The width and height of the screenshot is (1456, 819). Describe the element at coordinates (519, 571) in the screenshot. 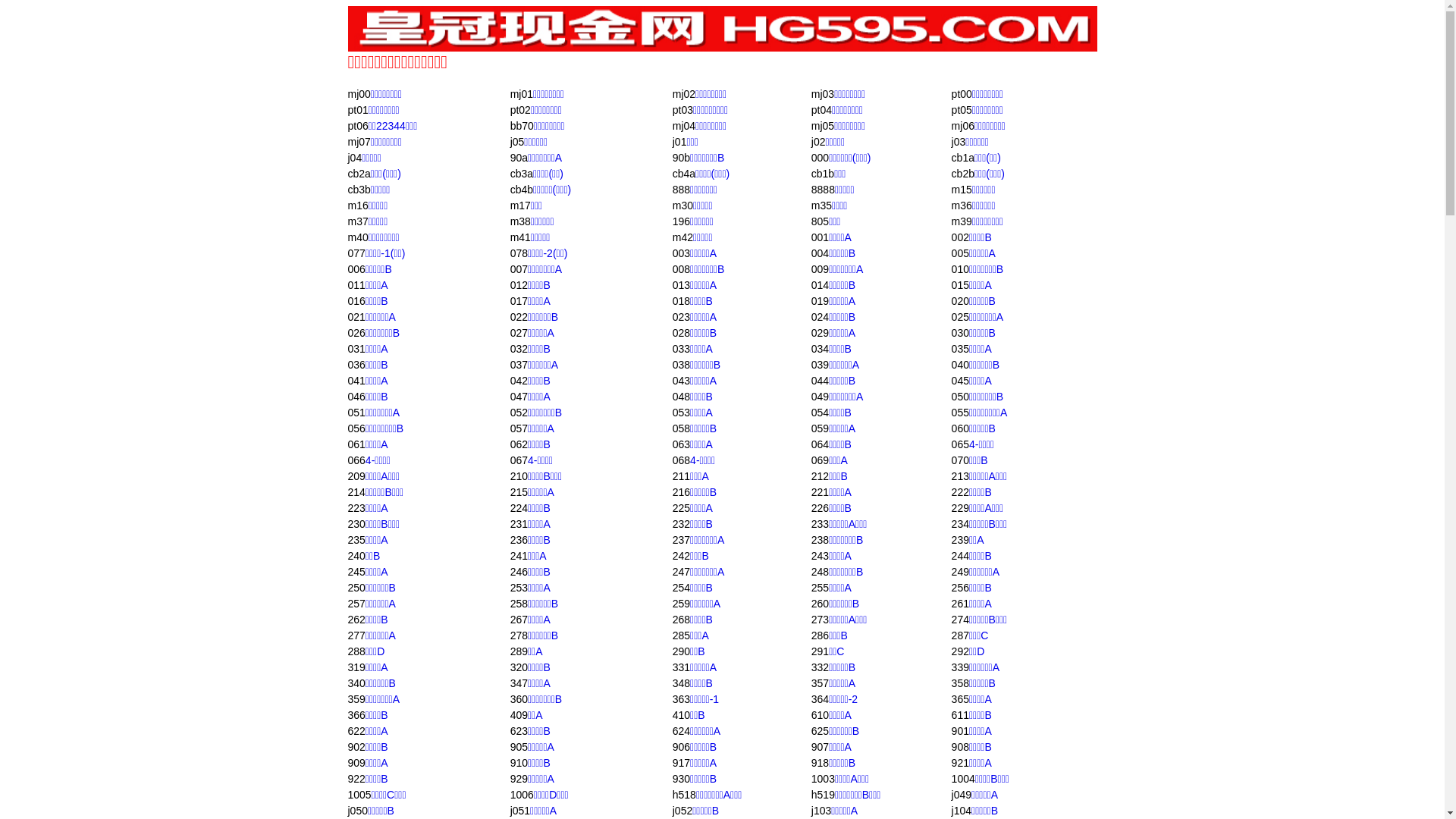

I see `'246'` at that location.